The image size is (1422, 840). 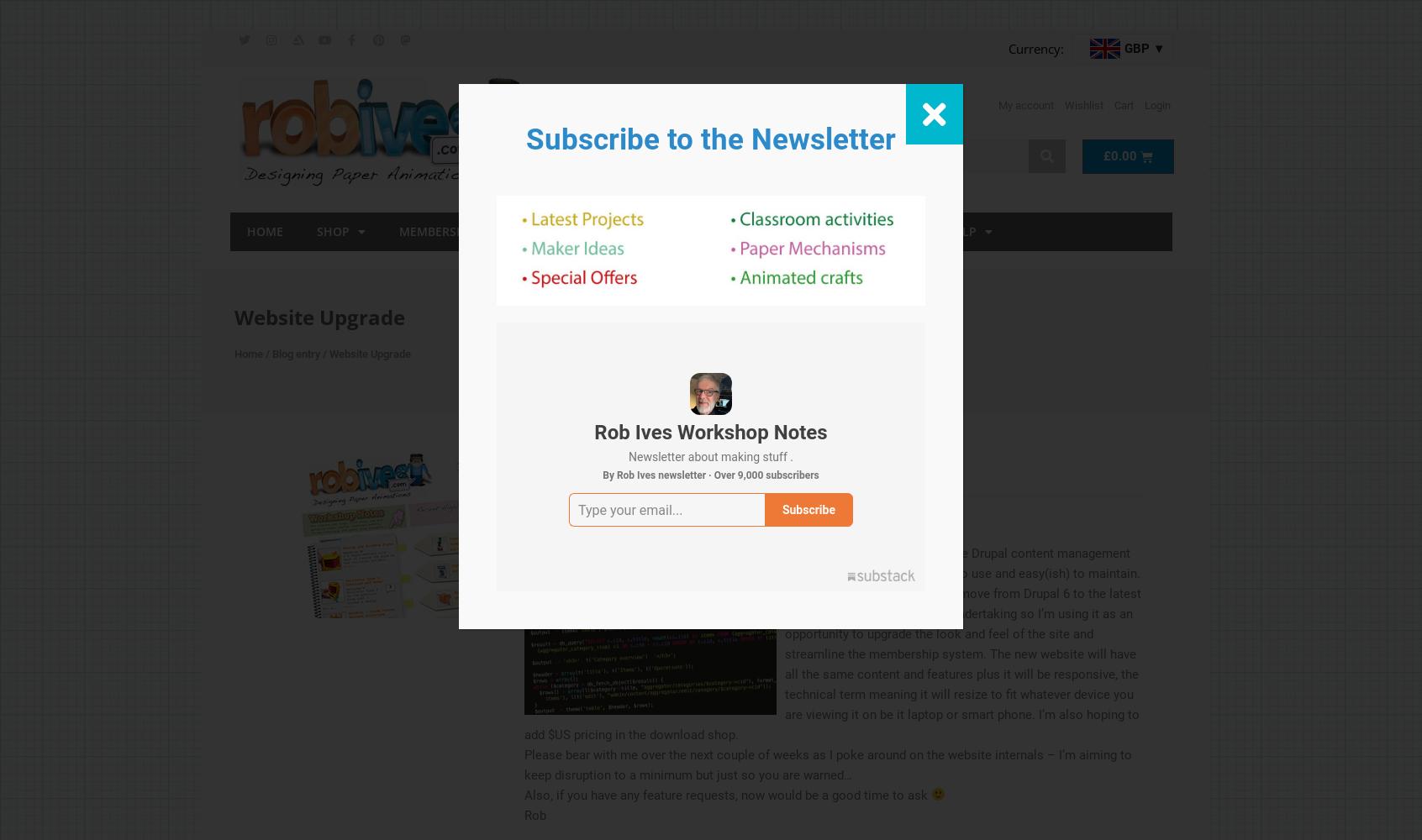 I want to click on 'Shop', so click(x=332, y=230).